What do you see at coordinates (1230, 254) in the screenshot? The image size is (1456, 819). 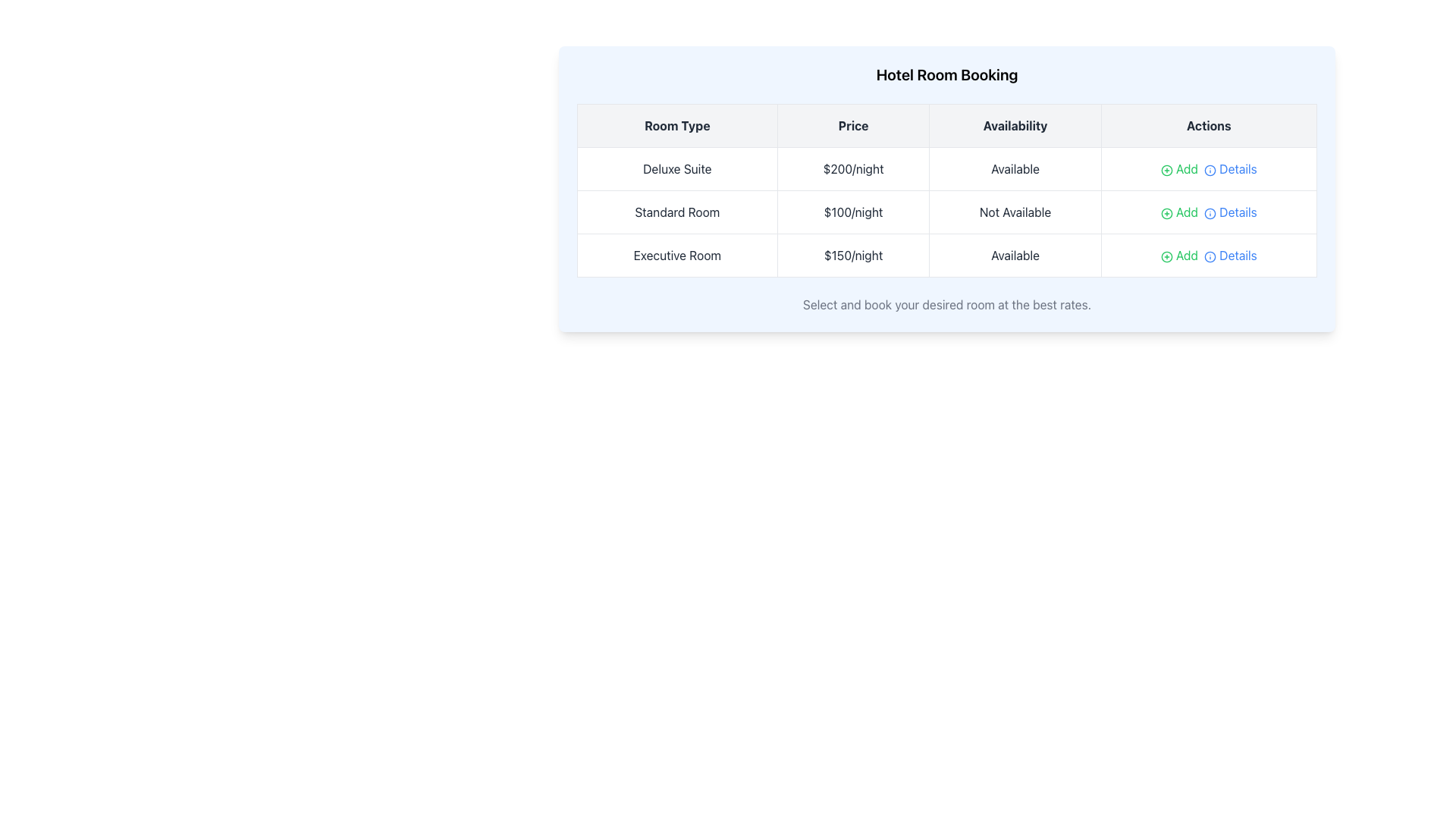 I see `the last 'Details' button in the 'Actions' column of the table` at bounding box center [1230, 254].